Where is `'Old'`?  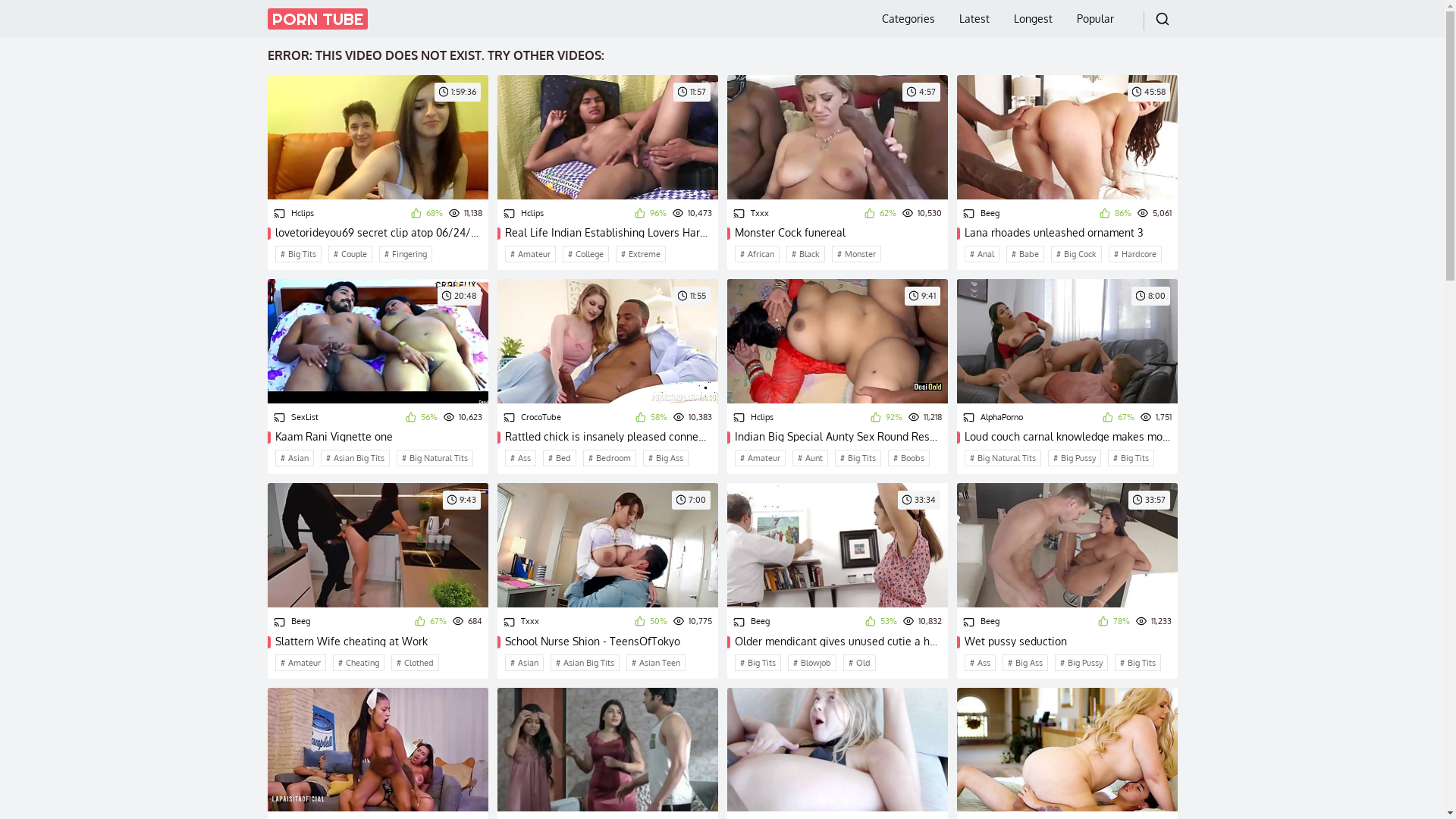 'Old' is located at coordinates (859, 662).